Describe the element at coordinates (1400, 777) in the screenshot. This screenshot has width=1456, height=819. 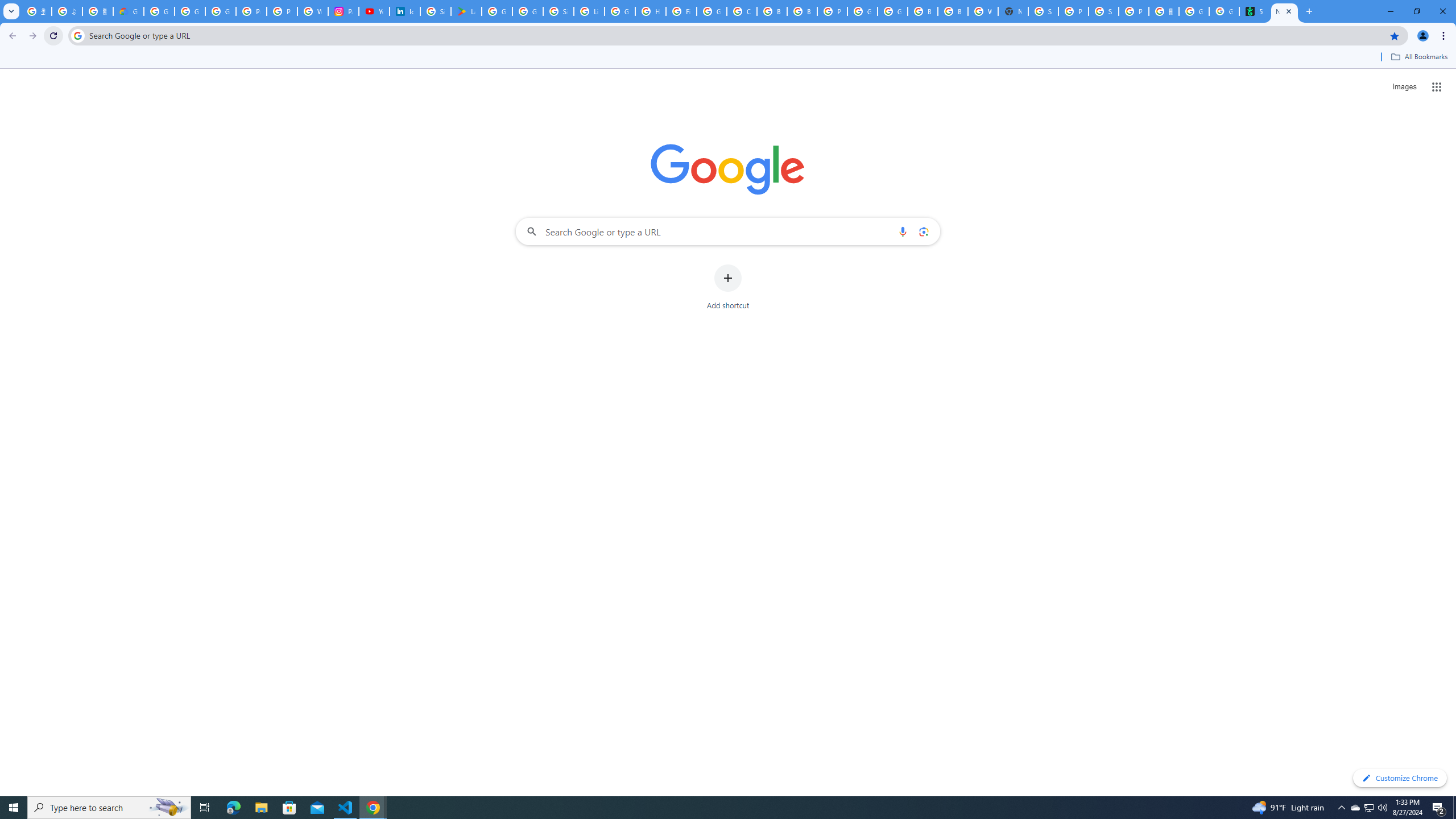
I see `'Customize Chrome'` at that location.